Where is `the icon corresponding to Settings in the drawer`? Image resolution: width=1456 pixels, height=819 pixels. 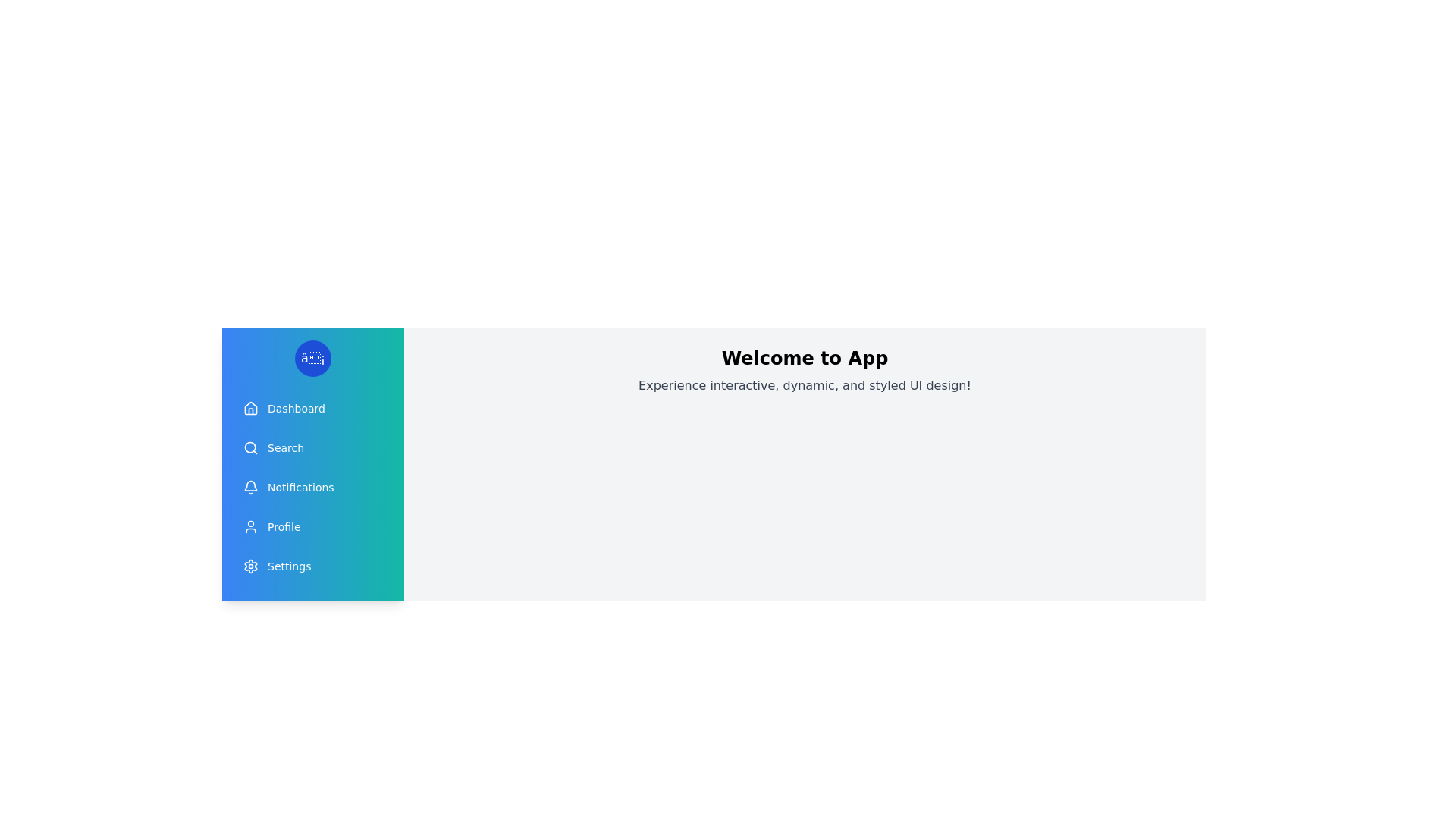 the icon corresponding to Settings in the drawer is located at coordinates (251, 566).